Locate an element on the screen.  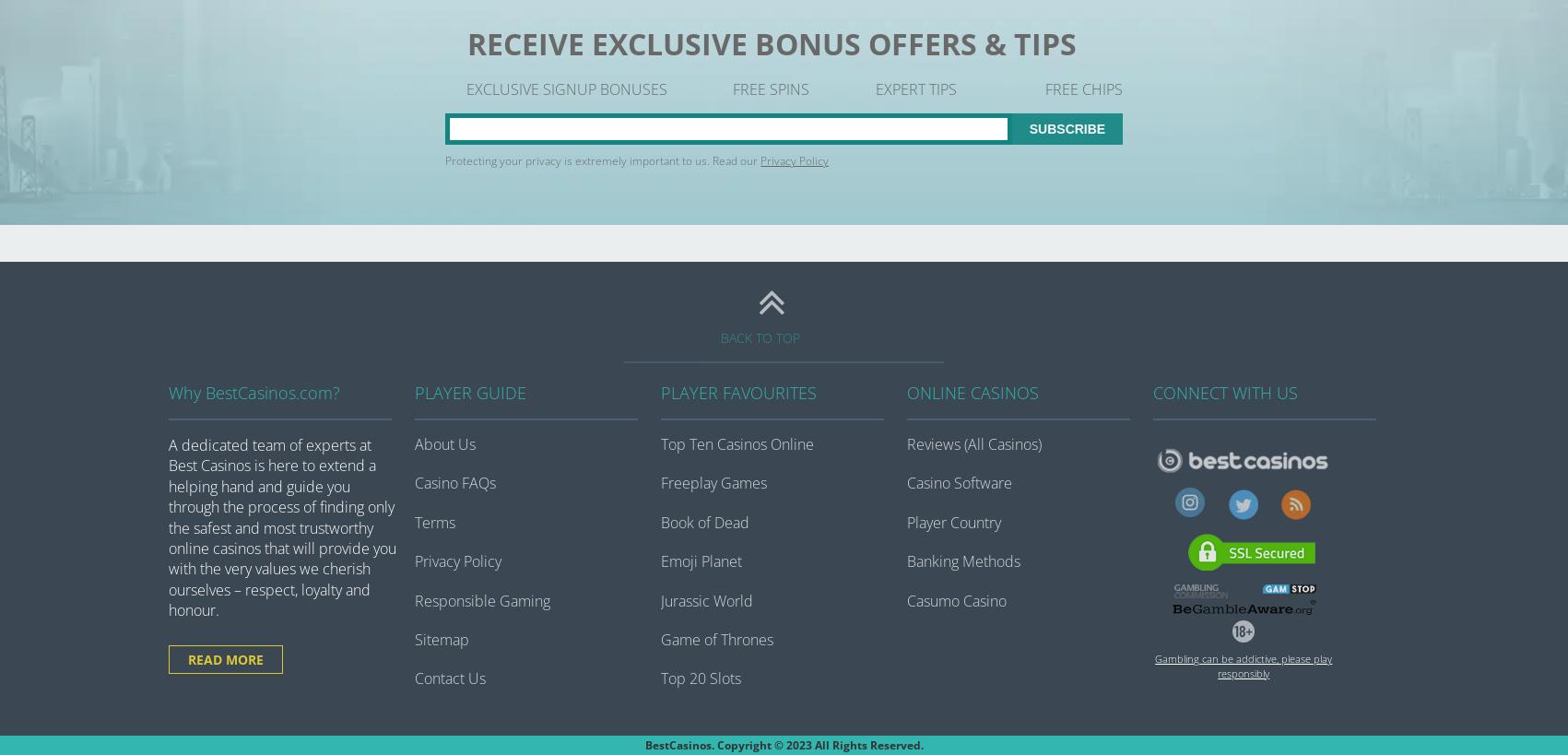
'Freeplay Games' is located at coordinates (713, 481).